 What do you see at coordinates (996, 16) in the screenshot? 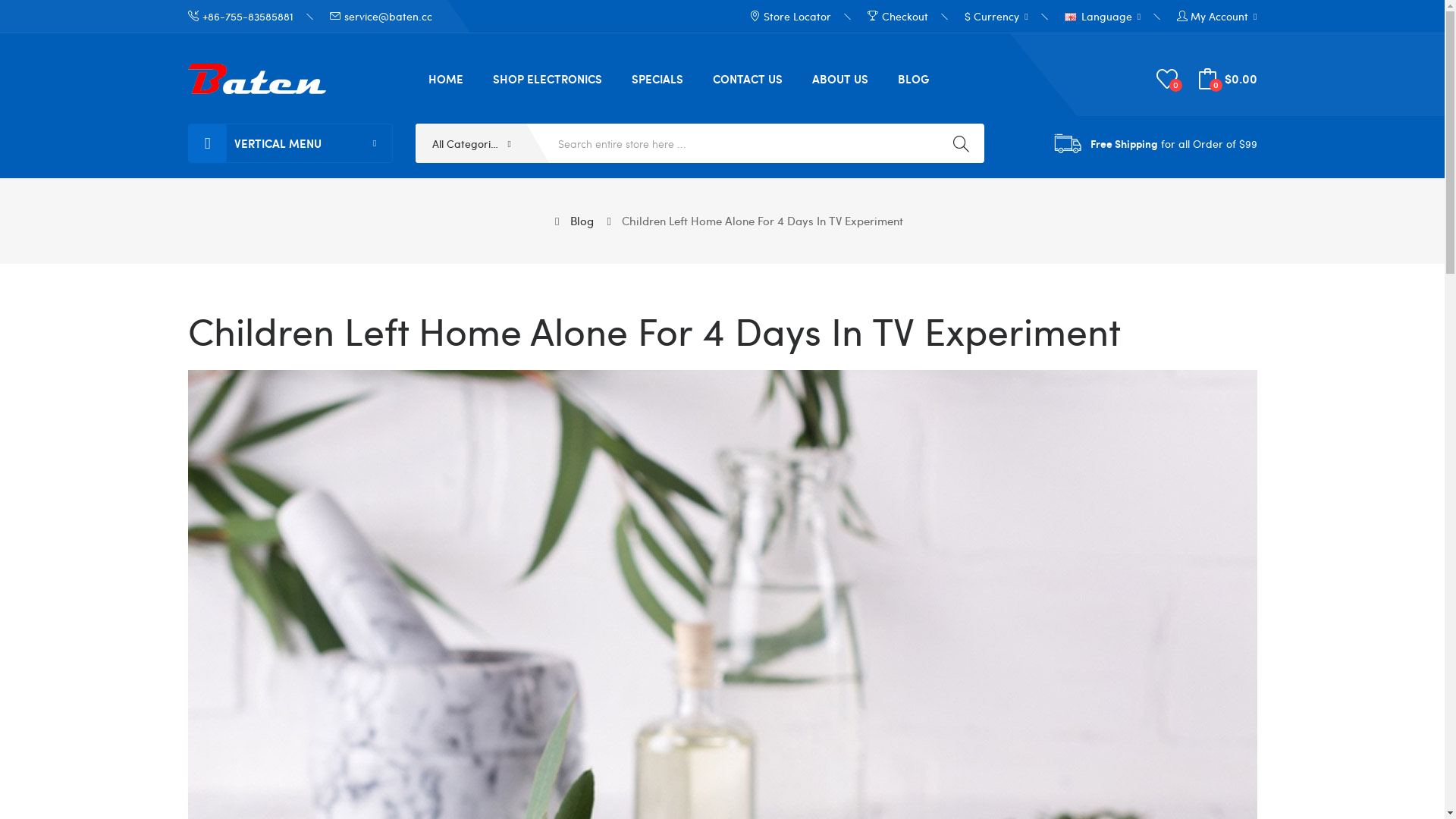
I see `'$ Currency '` at bounding box center [996, 16].